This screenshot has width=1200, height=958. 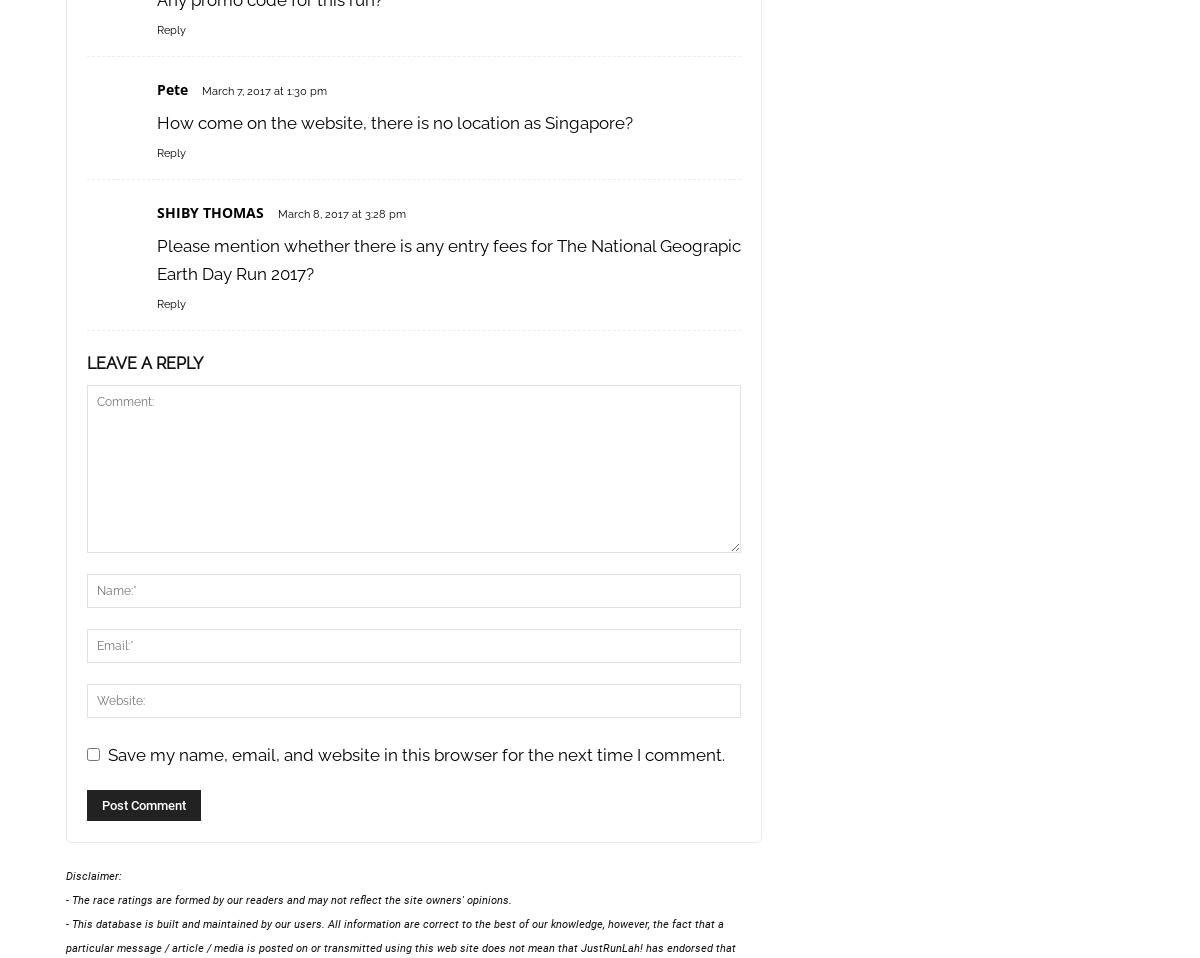 I want to click on 'Pete', so click(x=171, y=89).